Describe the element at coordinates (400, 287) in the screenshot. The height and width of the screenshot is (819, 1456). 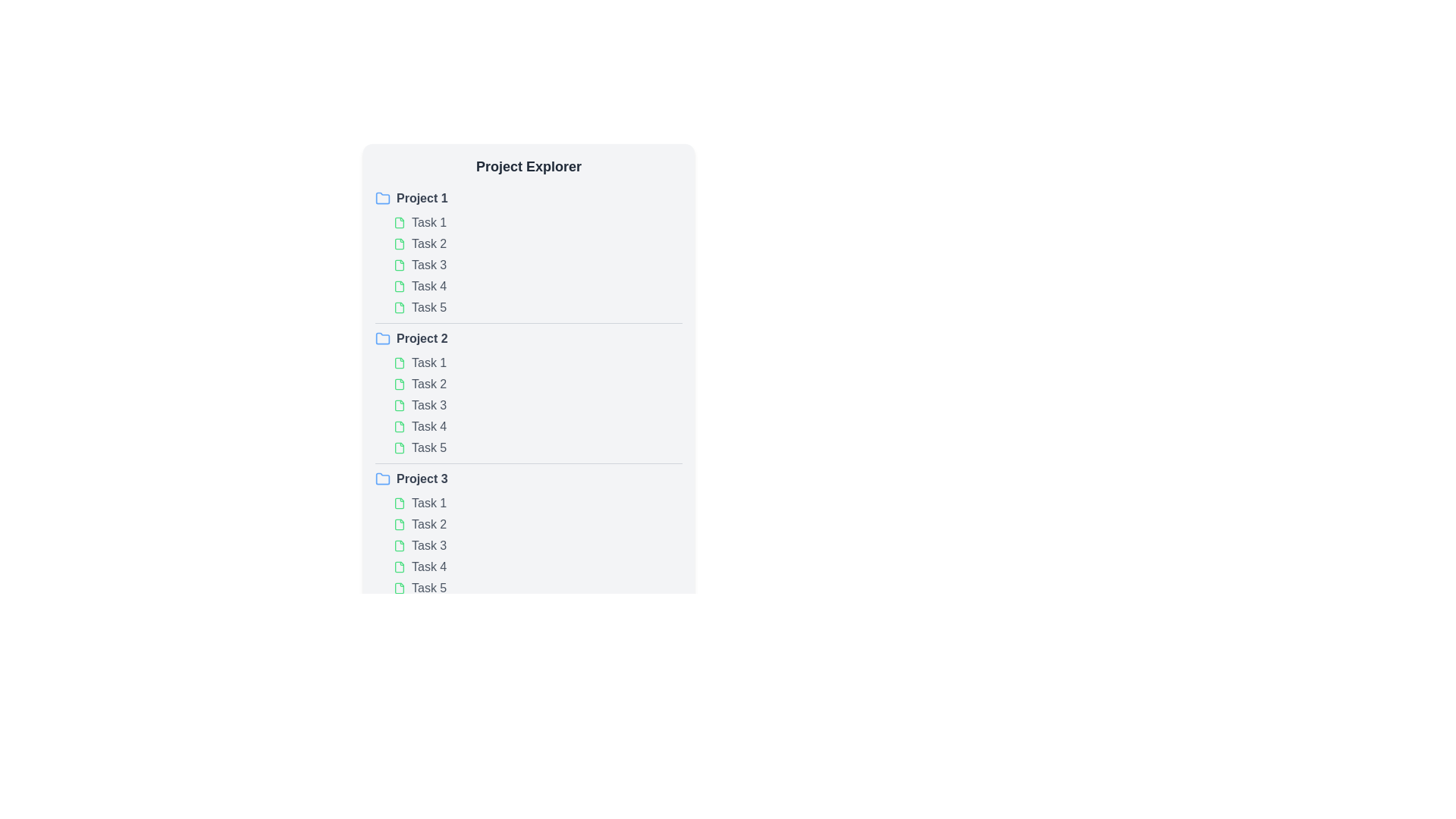
I see `the document icon with a thin green outline, located in the fourth task of 'Project 1'` at that location.